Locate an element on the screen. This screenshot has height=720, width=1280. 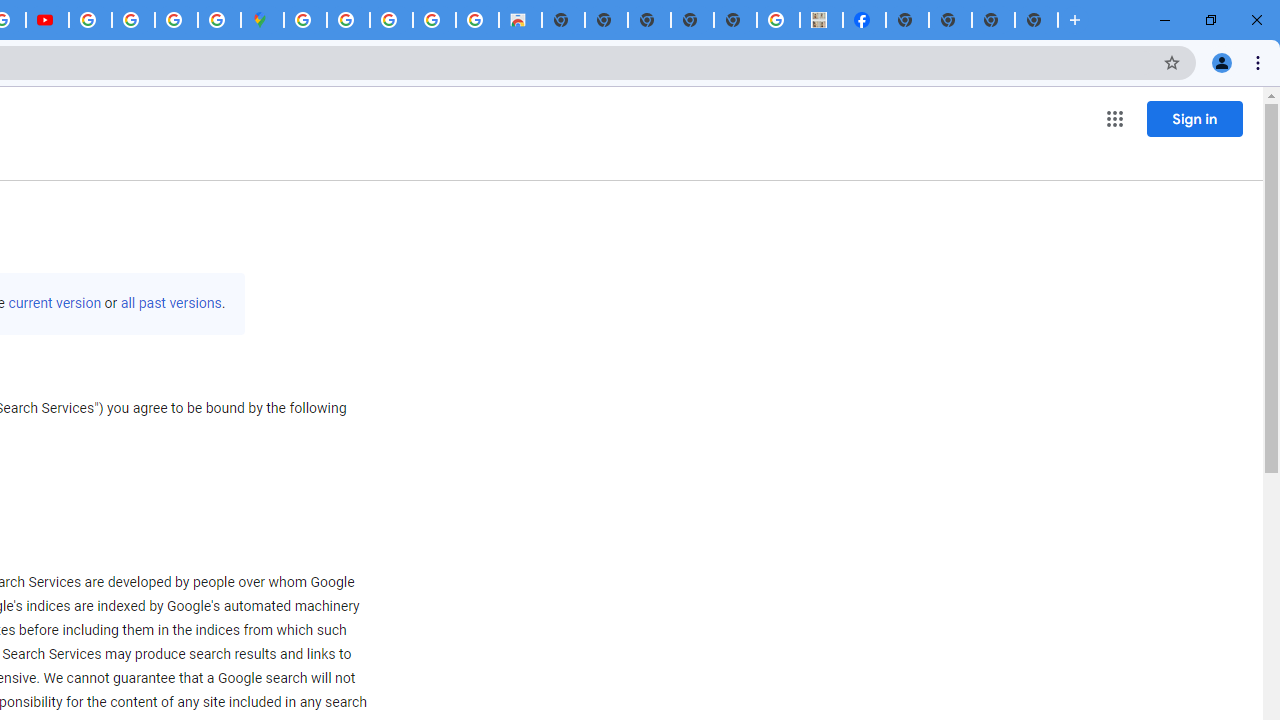
'Sign in - Google Accounts' is located at coordinates (304, 20).